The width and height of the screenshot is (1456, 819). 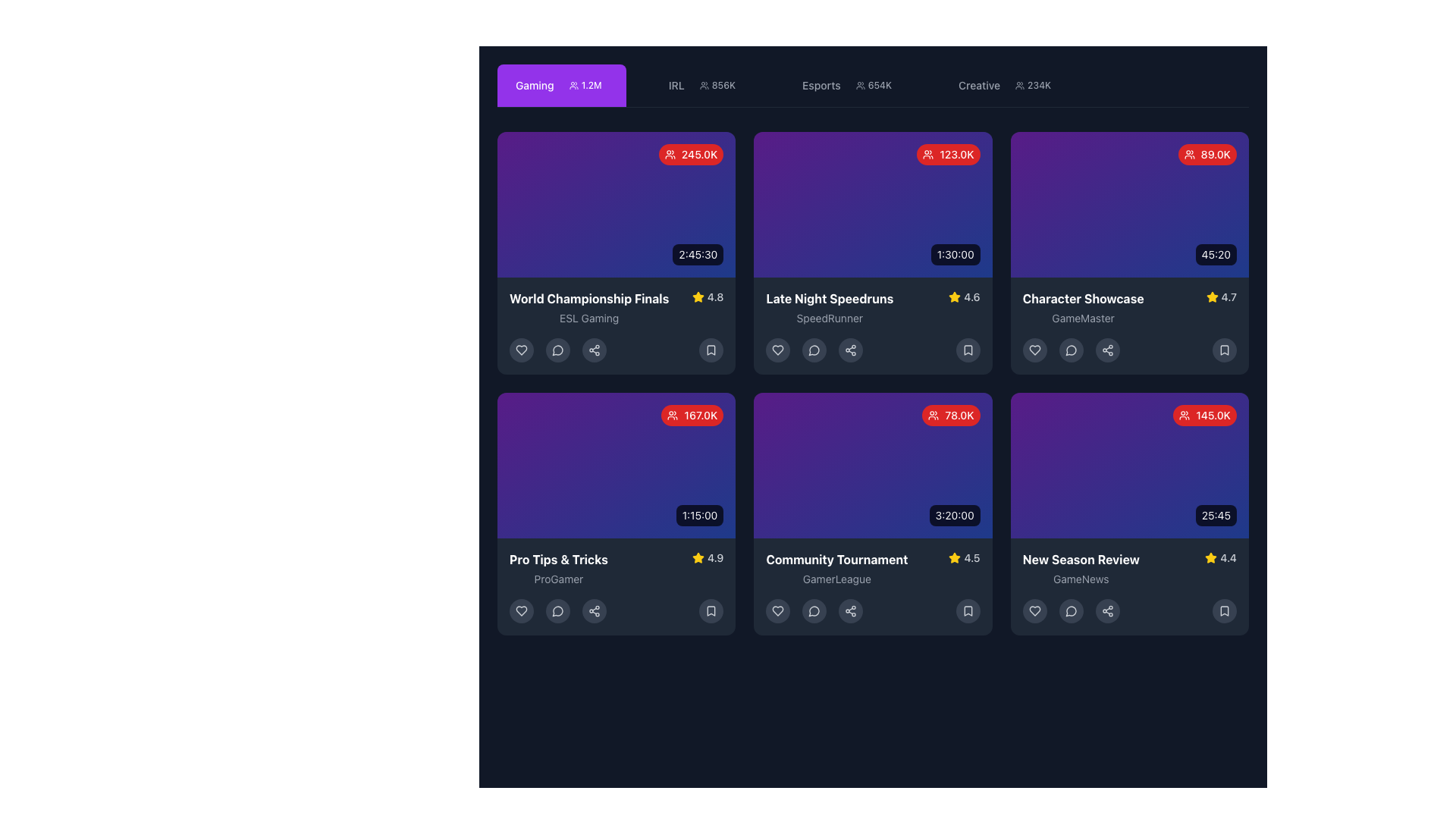 What do you see at coordinates (964, 558) in the screenshot?
I see `the Rating display located in the bottom right corner of the 'Community Tournament' card, just below the video content` at bounding box center [964, 558].